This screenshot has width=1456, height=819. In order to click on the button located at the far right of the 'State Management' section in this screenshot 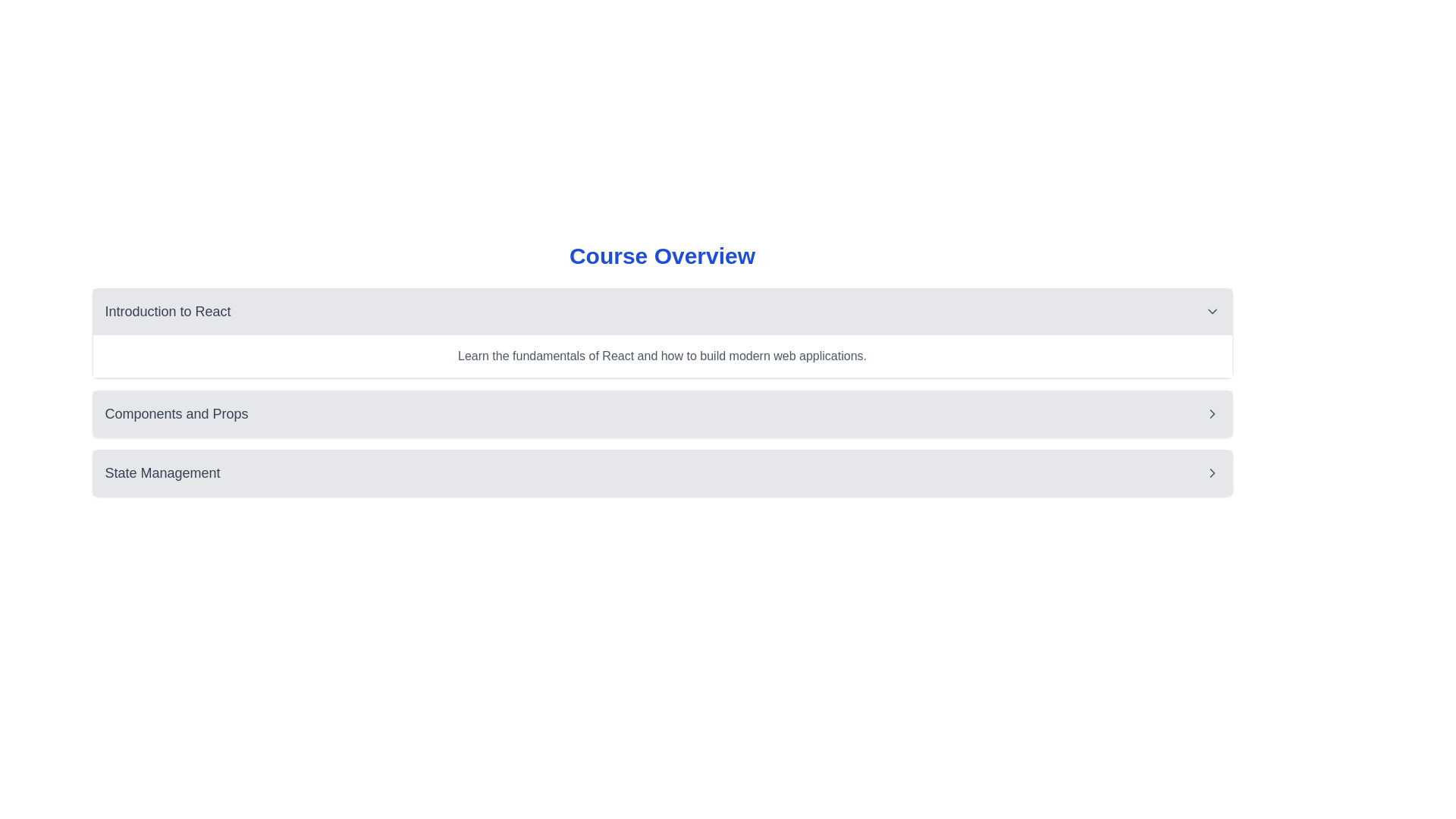, I will do `click(1211, 472)`.